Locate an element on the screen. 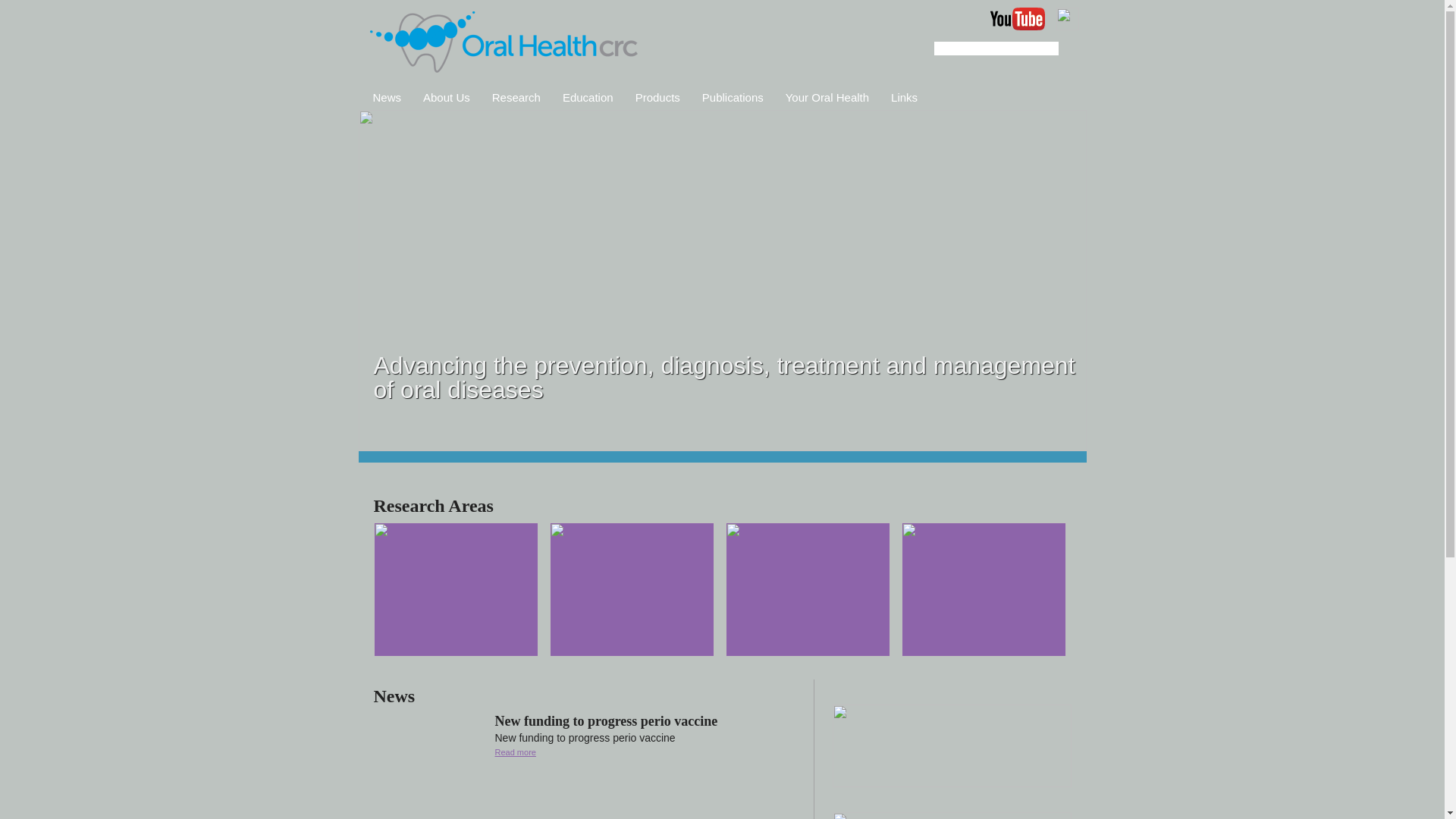 This screenshot has width=1456, height=819. 'Research' is located at coordinates (516, 96).